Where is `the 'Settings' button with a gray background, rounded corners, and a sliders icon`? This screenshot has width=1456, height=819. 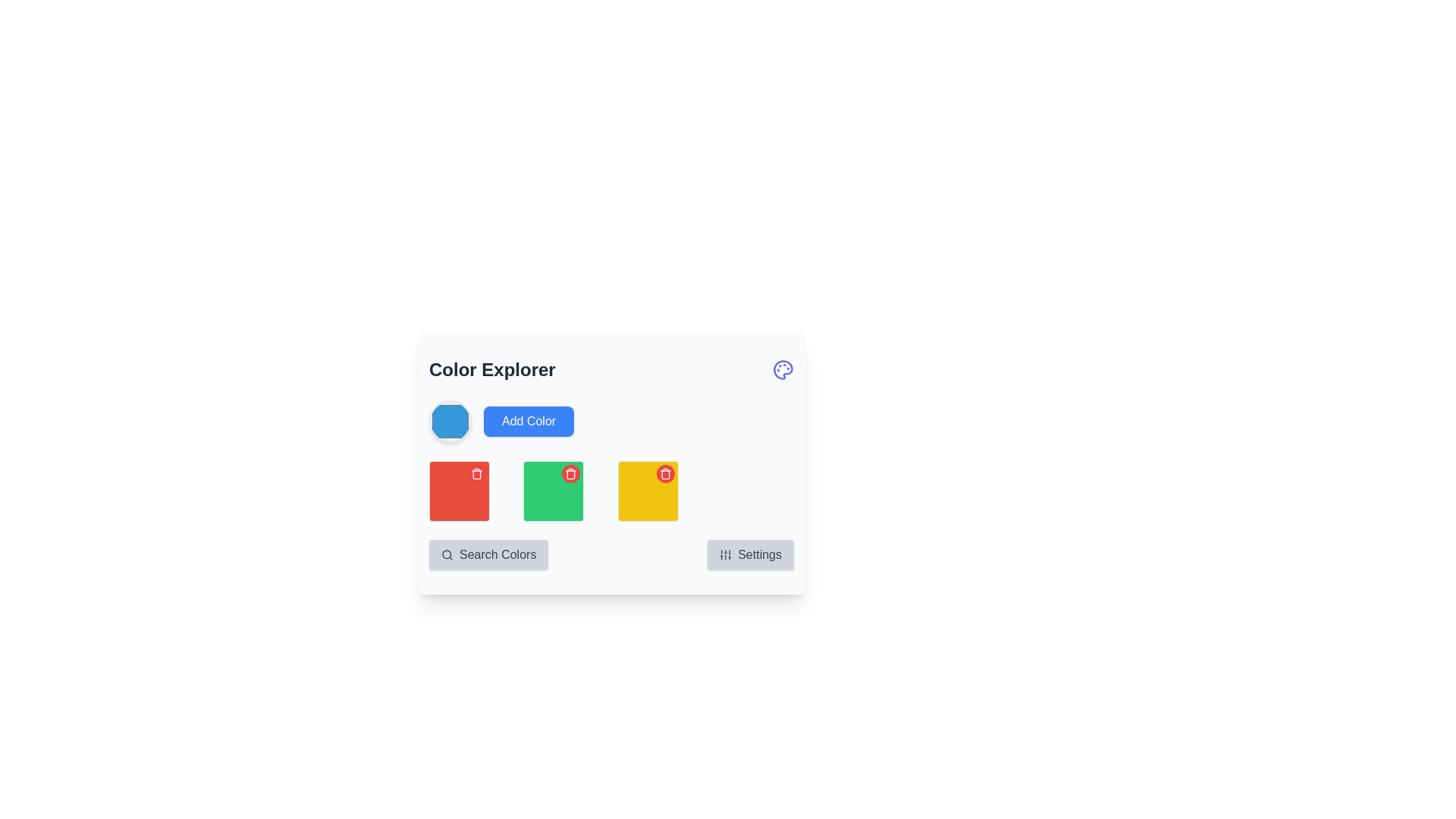 the 'Settings' button with a gray background, rounded corners, and a sliders icon is located at coordinates (751, 555).